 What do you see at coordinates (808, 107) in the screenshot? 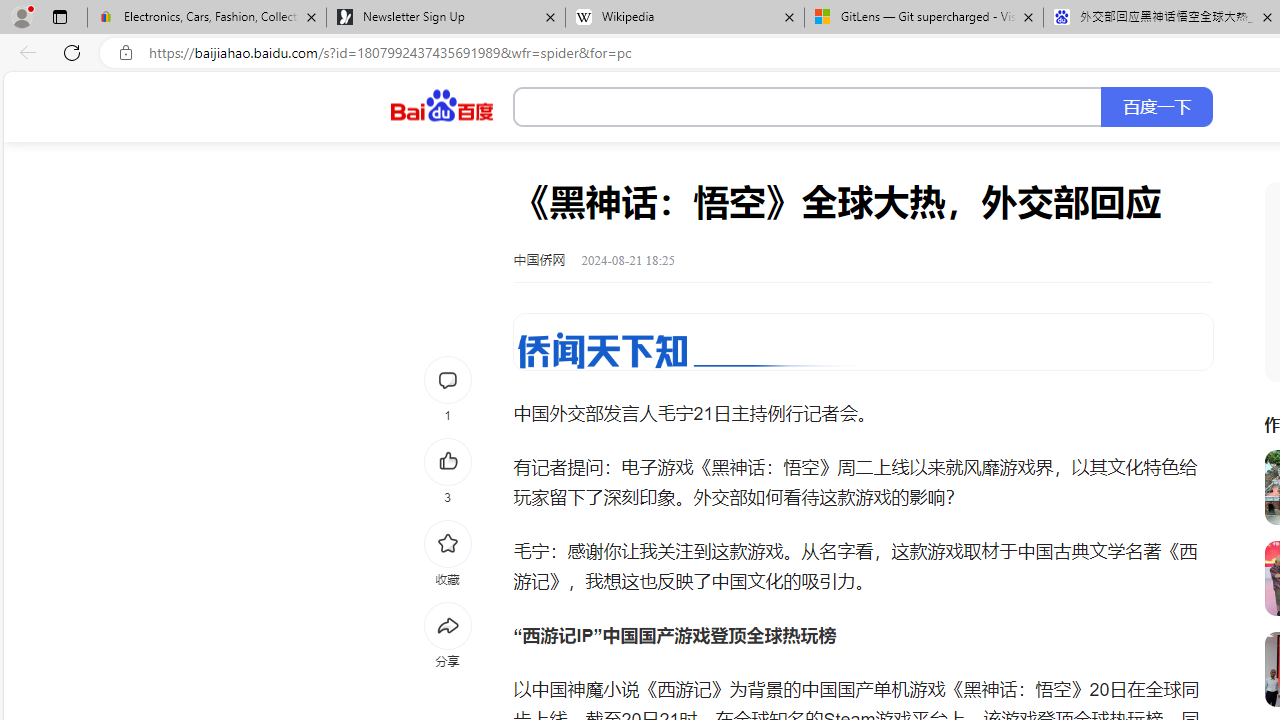
I see `'Class: _2C4fV'` at bounding box center [808, 107].